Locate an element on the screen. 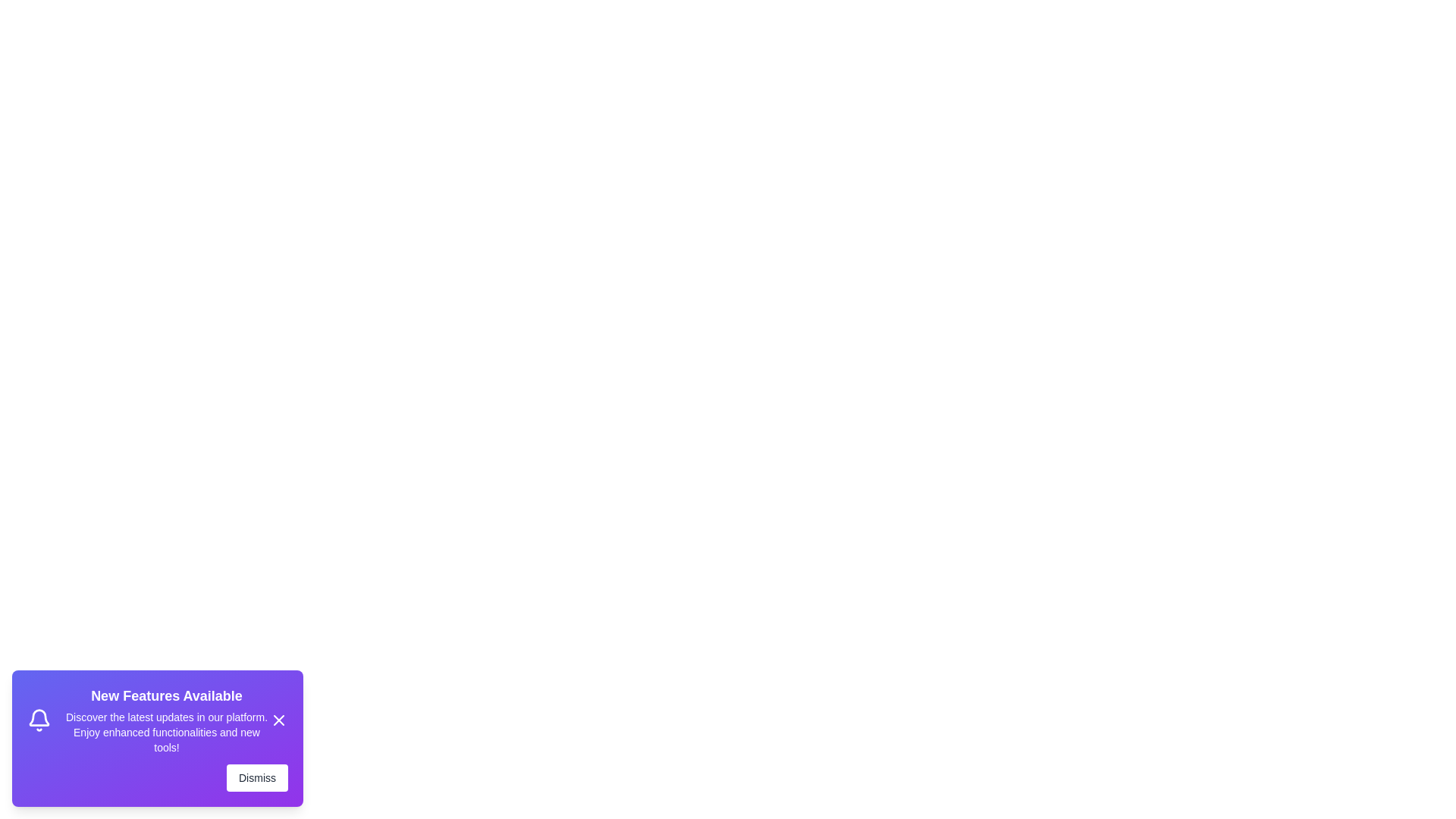  the close button of the snackbar to dismiss it is located at coordinates (279, 719).